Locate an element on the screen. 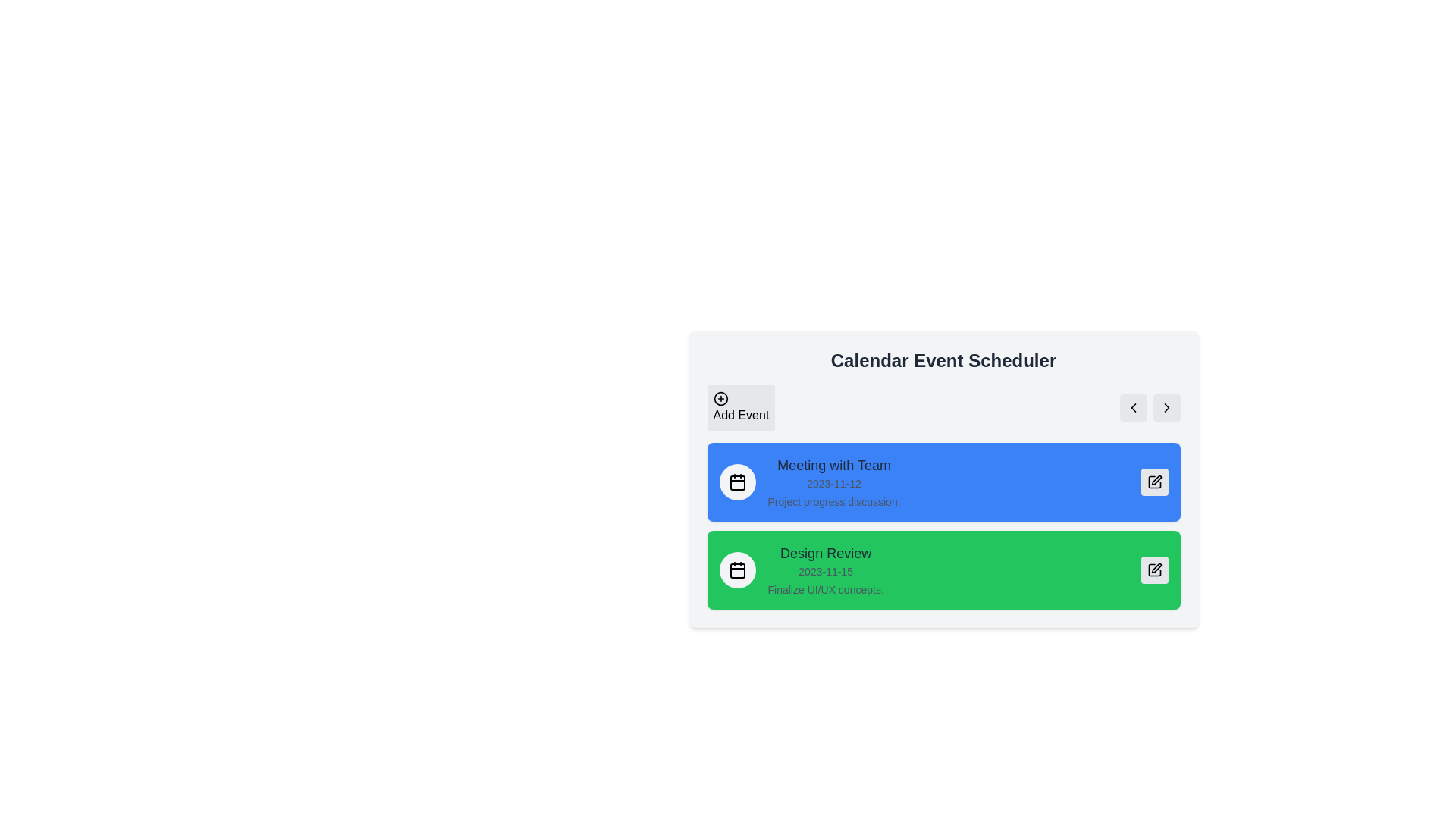 This screenshot has height=819, width=1456. the left-facing chevron icon button, which is a small black arrow contained within a light gray rounded square at the top-right of the calendar event scheduler interface is located at coordinates (1133, 406).